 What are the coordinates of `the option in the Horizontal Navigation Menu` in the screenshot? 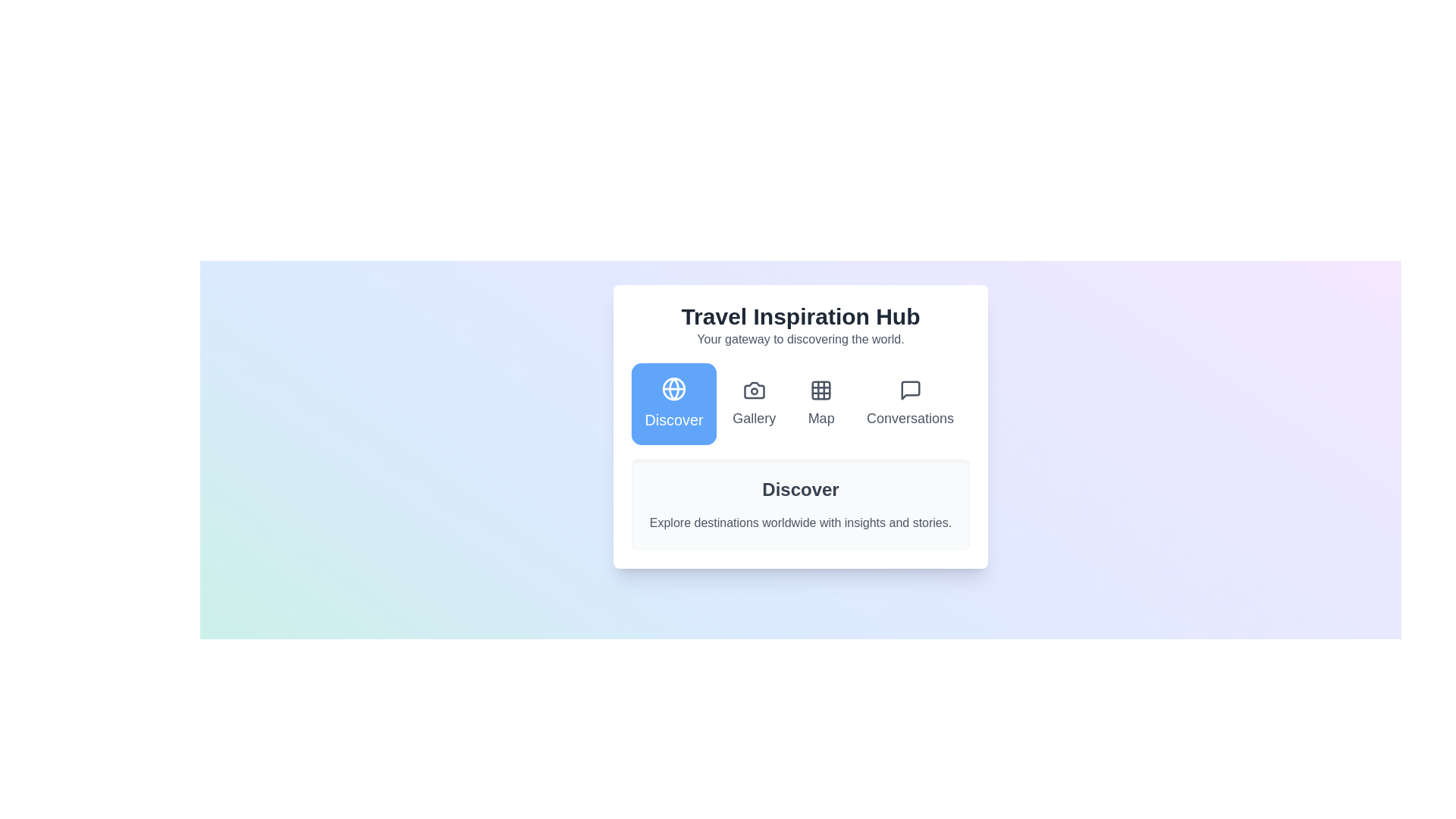 It's located at (800, 403).